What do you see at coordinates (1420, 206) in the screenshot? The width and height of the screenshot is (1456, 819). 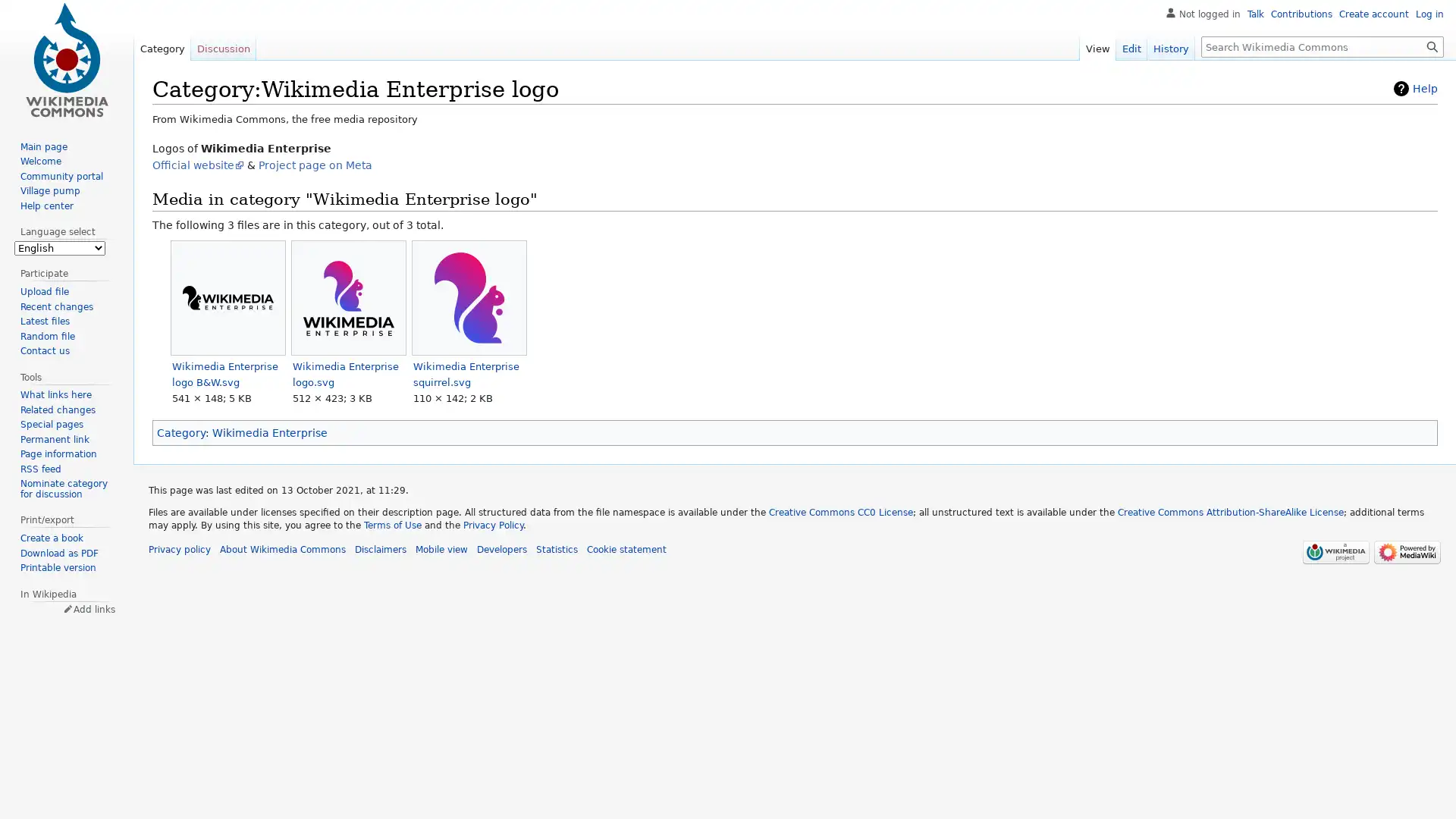 I see `Category Slideshow` at bounding box center [1420, 206].